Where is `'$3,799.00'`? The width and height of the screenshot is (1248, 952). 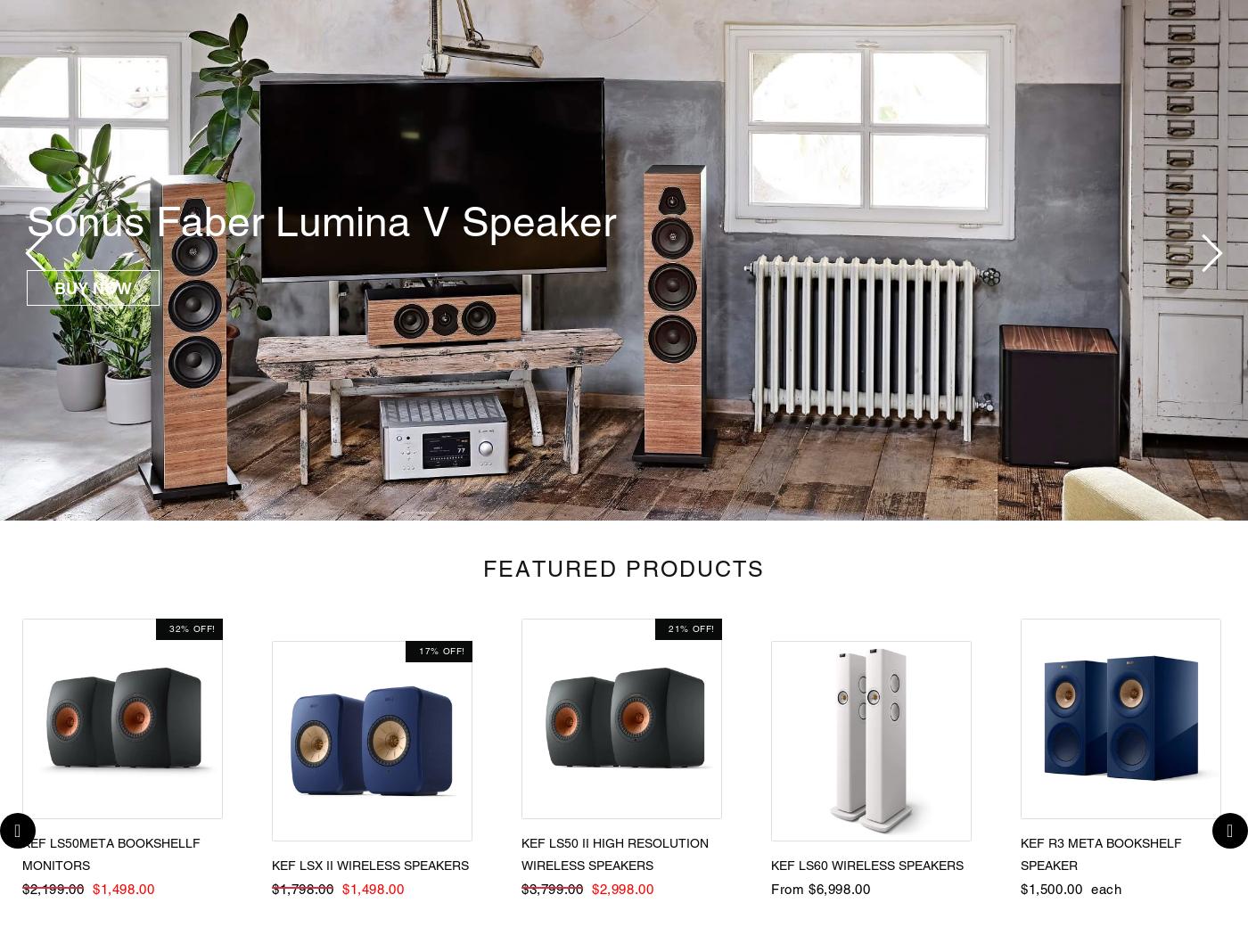
'$3,799.00' is located at coordinates (521, 889).